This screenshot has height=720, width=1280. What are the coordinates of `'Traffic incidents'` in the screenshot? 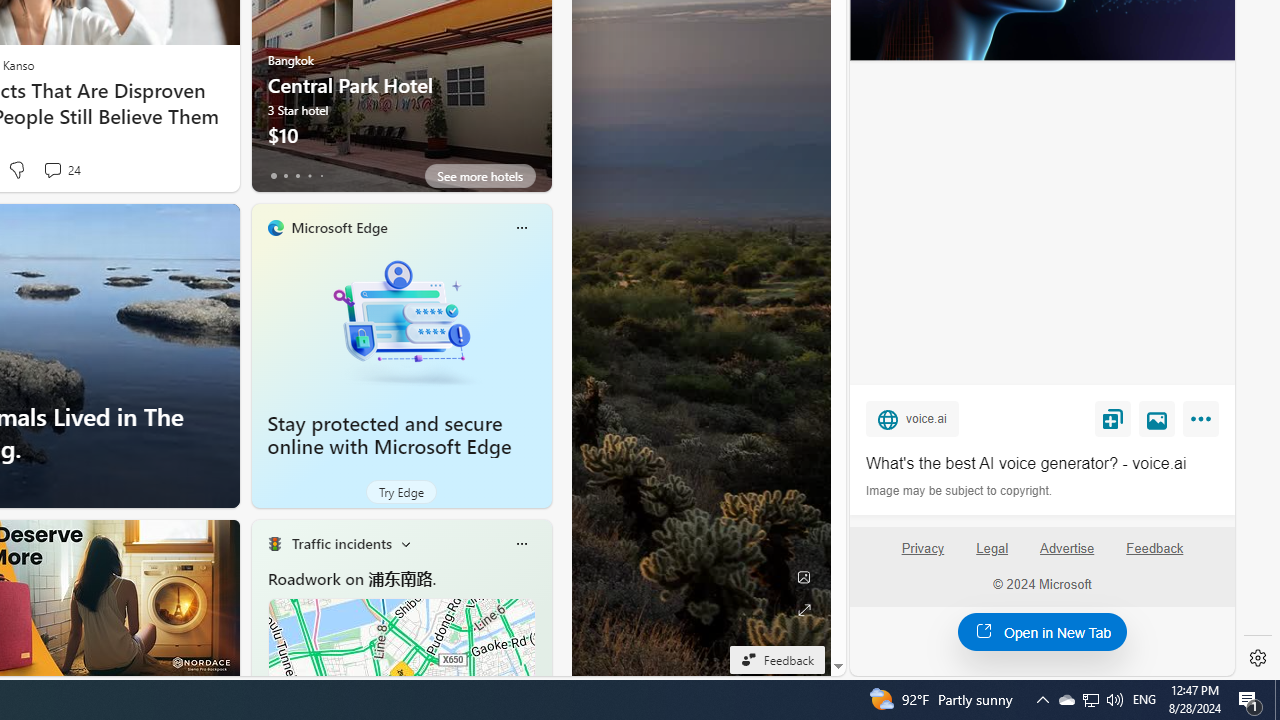 It's located at (341, 543).